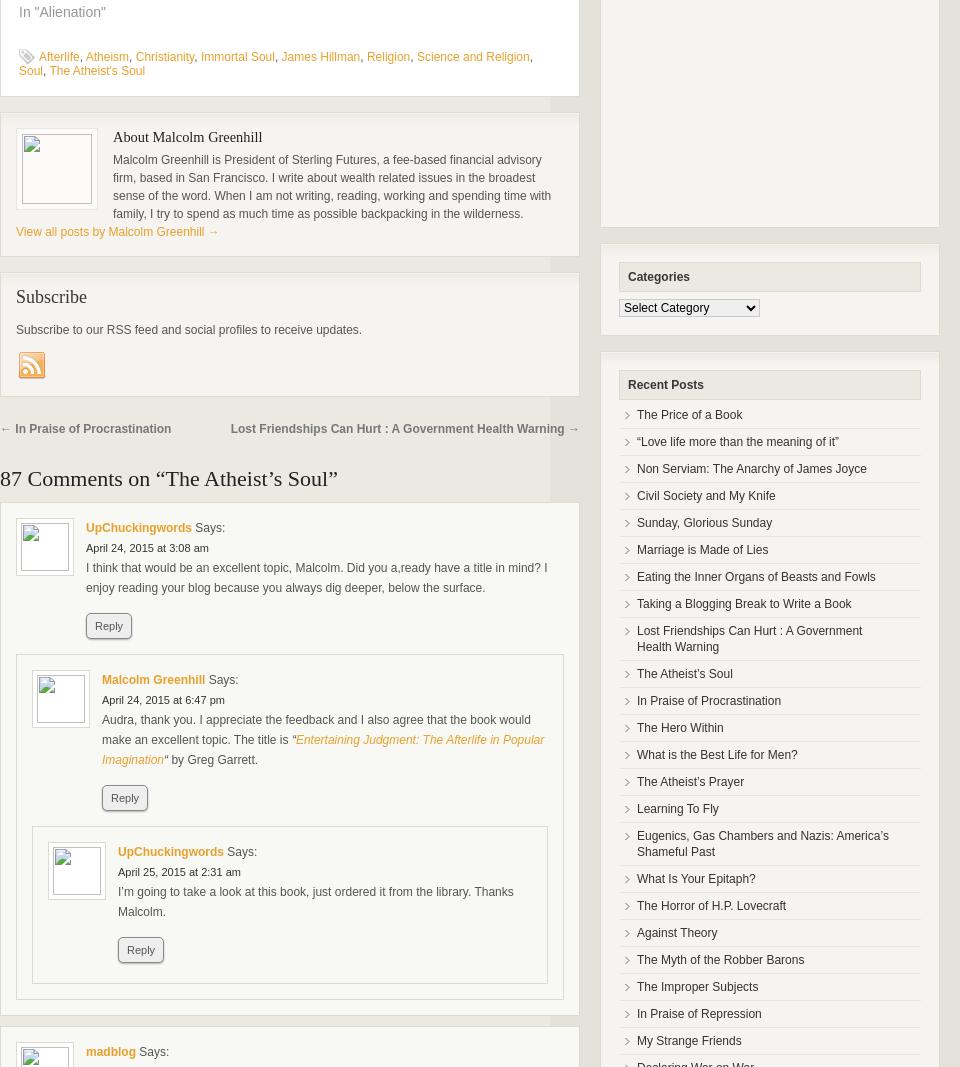  Describe the element at coordinates (665, 383) in the screenshot. I see `'Recent Posts'` at that location.